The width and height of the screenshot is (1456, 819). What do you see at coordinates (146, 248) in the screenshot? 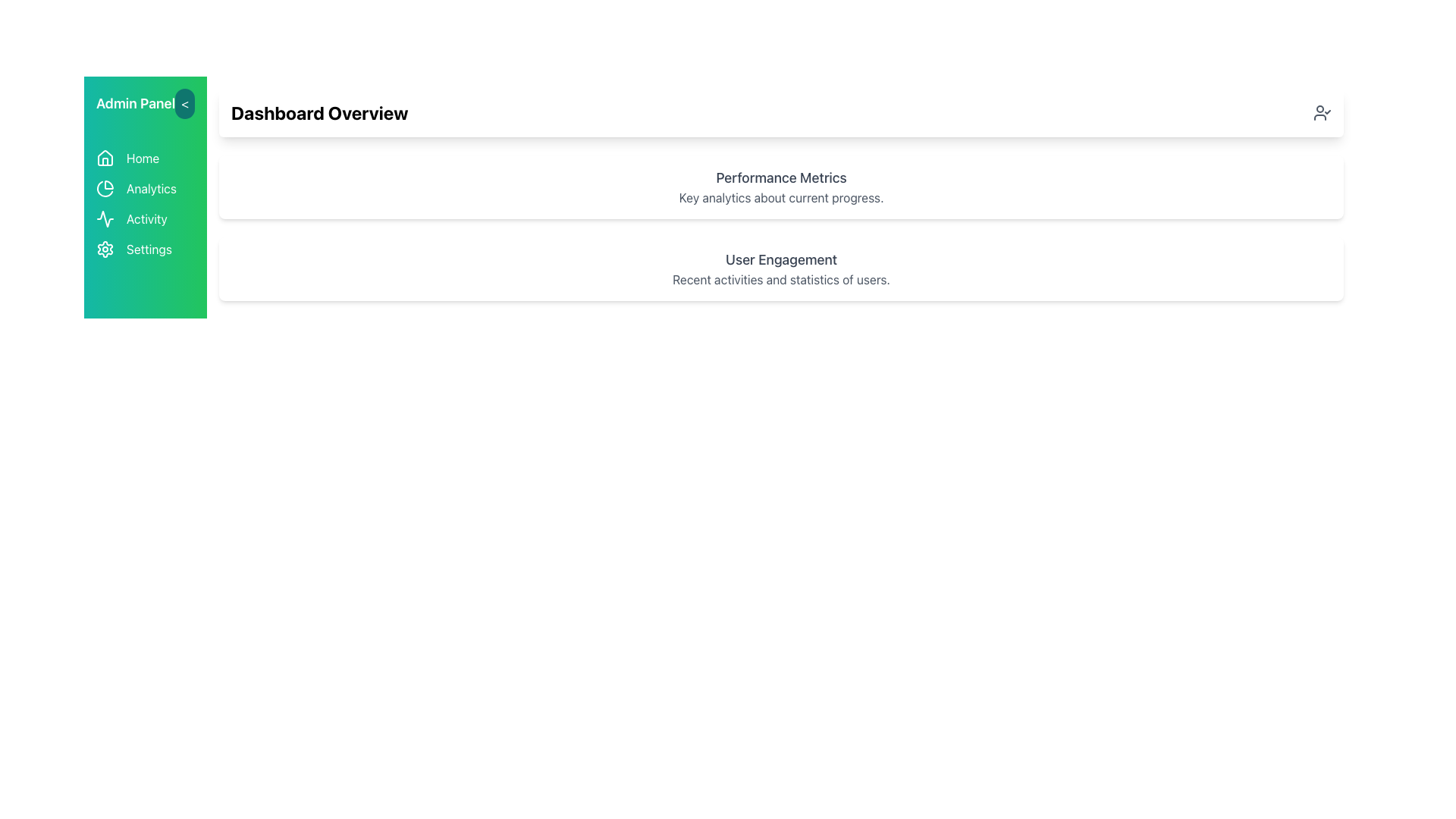
I see `the Settings button located in the vertical menu on the left side of the interface for accessibility navigation` at bounding box center [146, 248].